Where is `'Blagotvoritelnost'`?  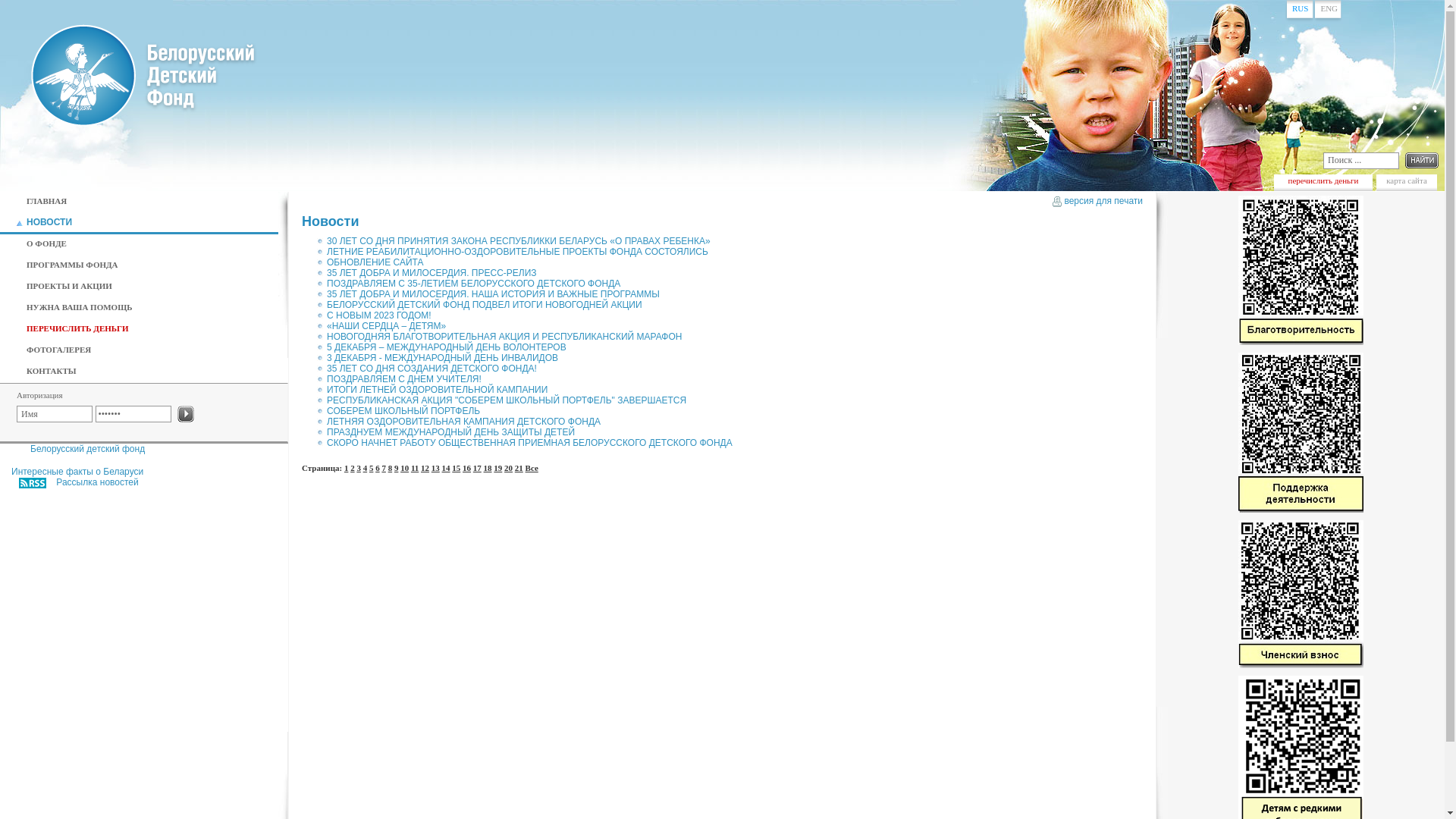 'Blagotvoritelnost' is located at coordinates (1238, 345).